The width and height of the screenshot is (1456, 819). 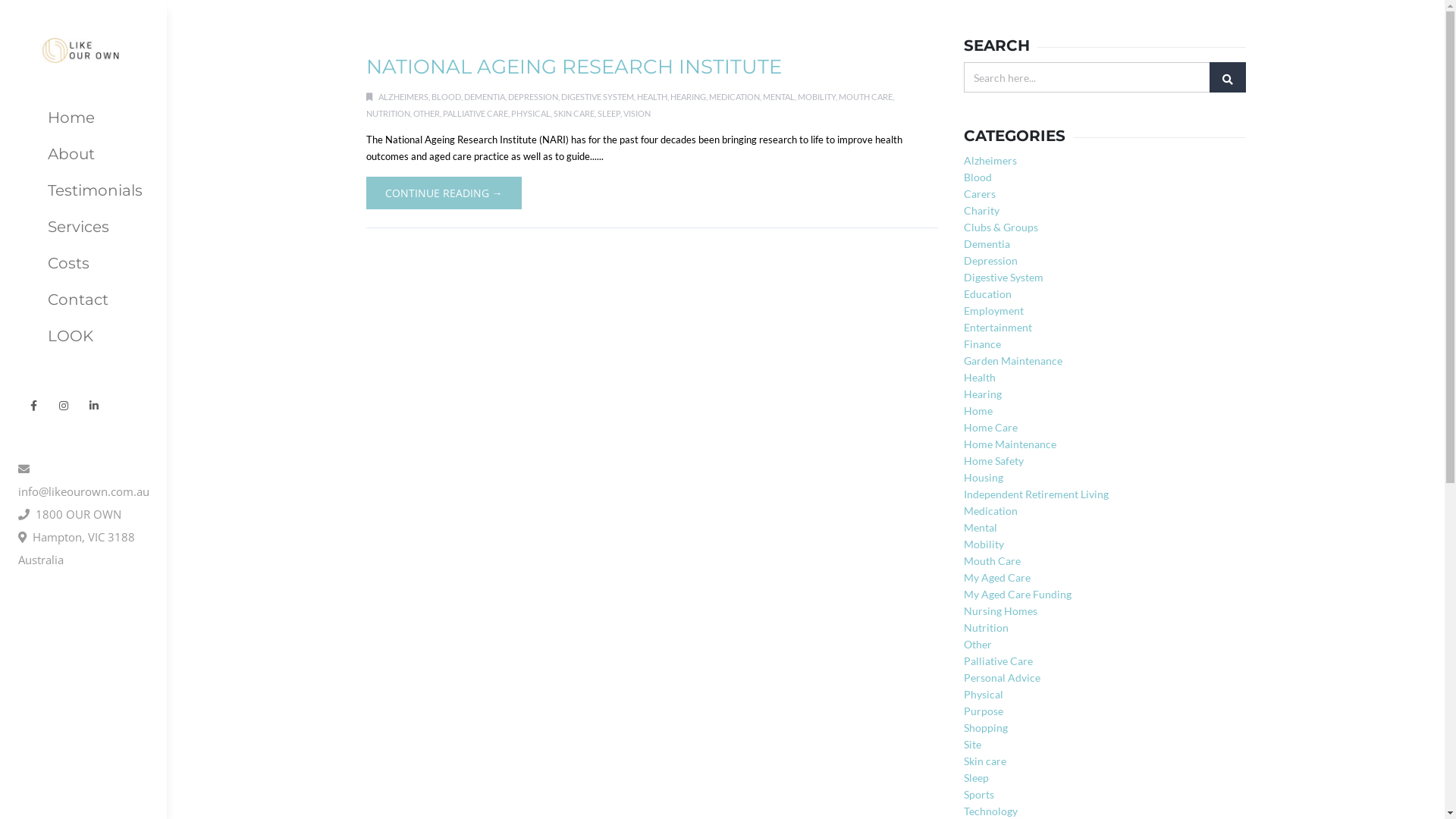 What do you see at coordinates (442, 111) in the screenshot?
I see `'PALLIATIVE CARE'` at bounding box center [442, 111].